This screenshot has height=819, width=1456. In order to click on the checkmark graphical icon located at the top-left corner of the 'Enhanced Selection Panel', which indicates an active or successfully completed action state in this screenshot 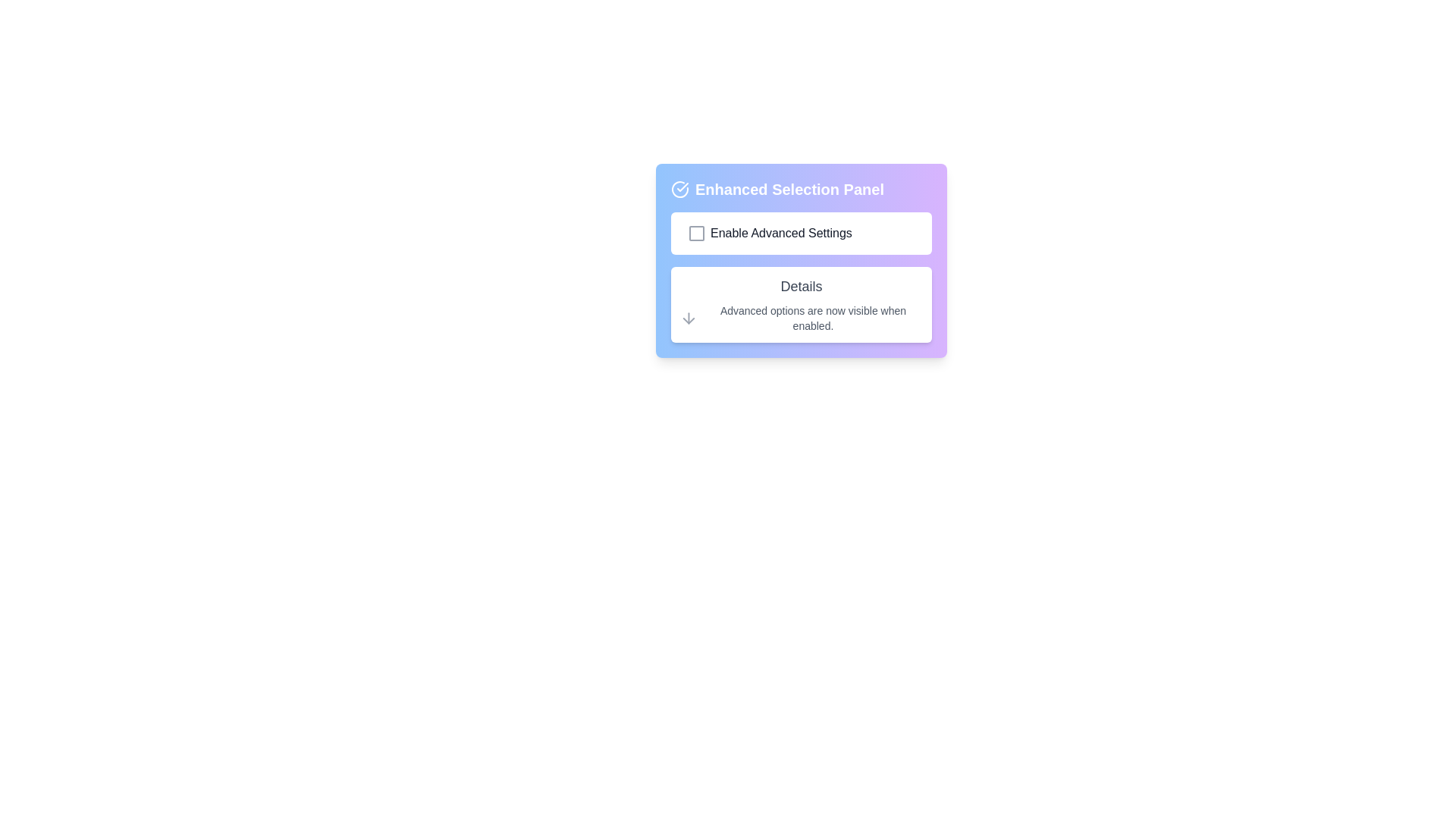, I will do `click(682, 186)`.